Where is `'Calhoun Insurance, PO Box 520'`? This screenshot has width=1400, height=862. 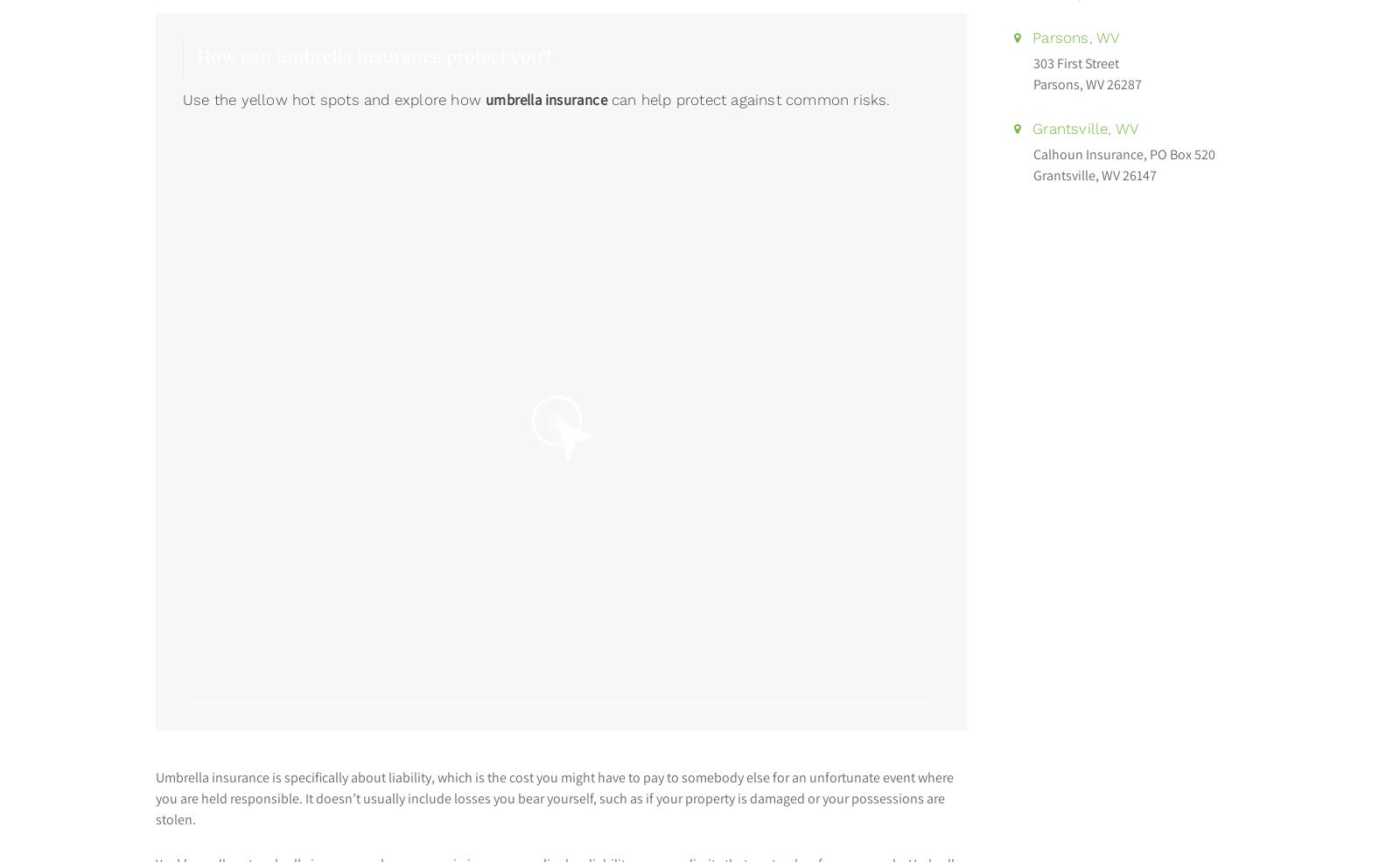
'Calhoun Insurance, PO Box 520' is located at coordinates (1123, 154).